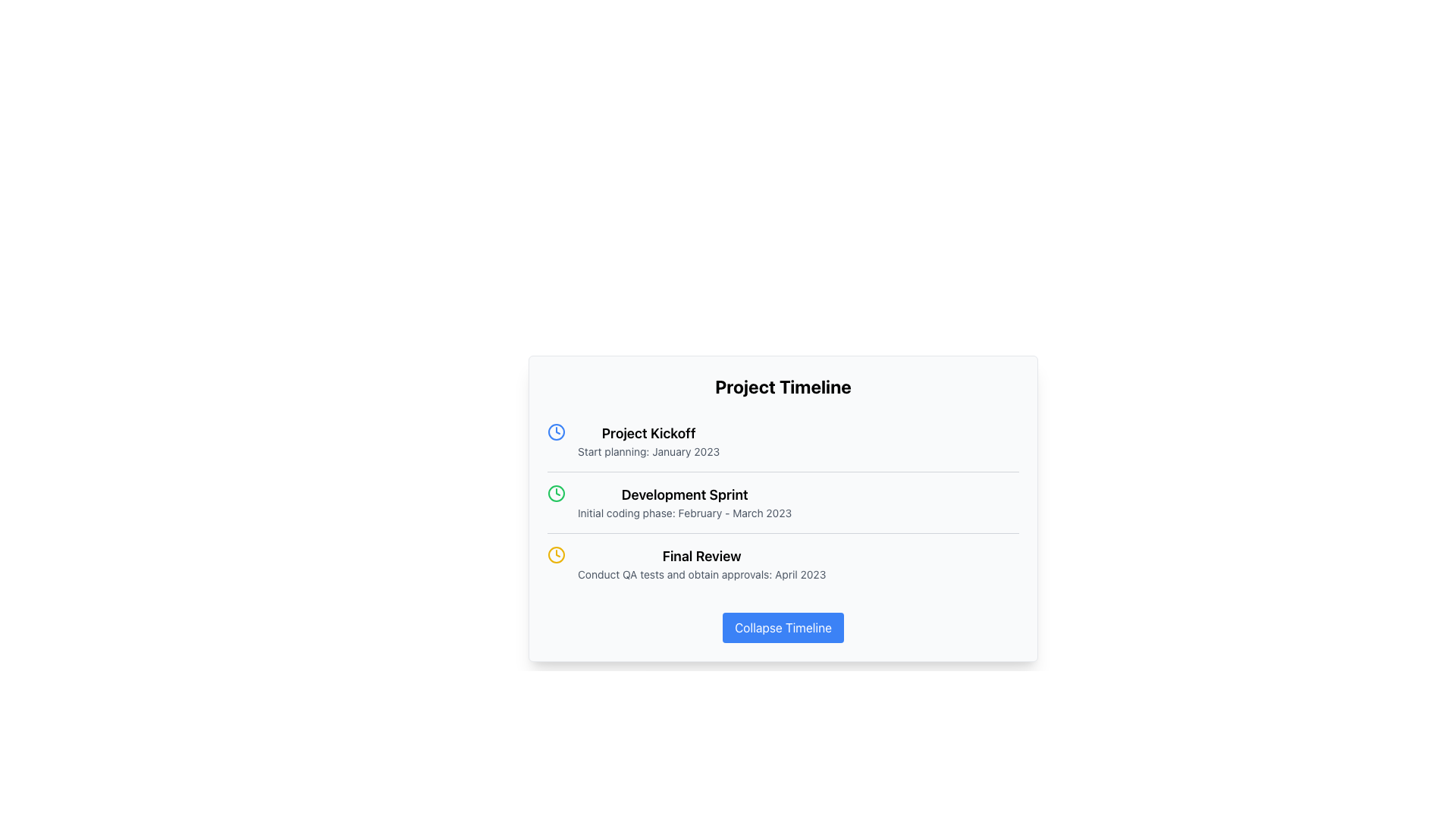  What do you see at coordinates (684, 513) in the screenshot?
I see `the static text providing a brief description of the 'Development Sprint' milestone, located directly beneath the 'Development Sprint' heading in the Project Timeline section` at bounding box center [684, 513].